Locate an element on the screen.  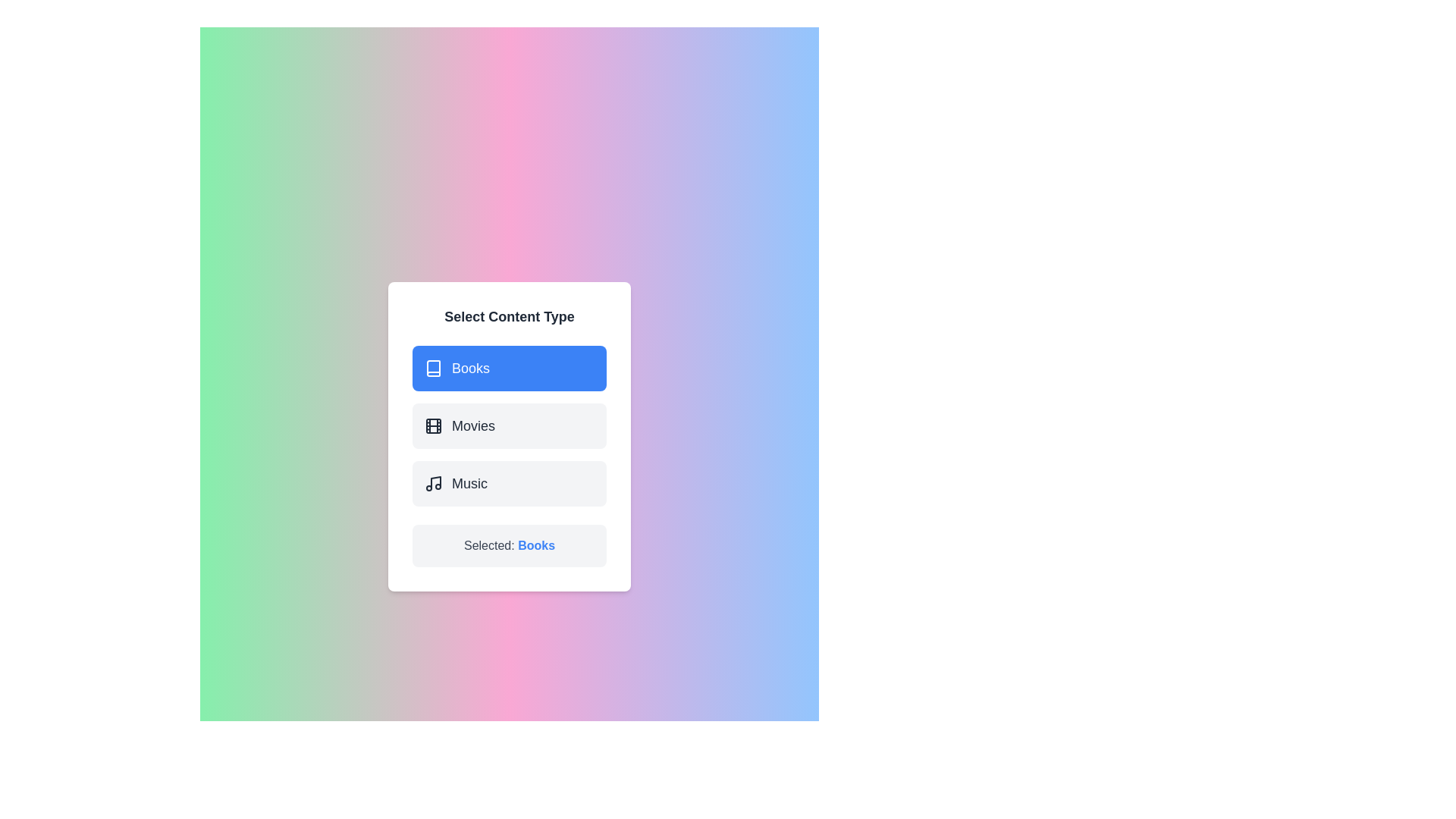
the 'Selected: Books' text label indicating the selected content type if it is interactive is located at coordinates (536, 544).